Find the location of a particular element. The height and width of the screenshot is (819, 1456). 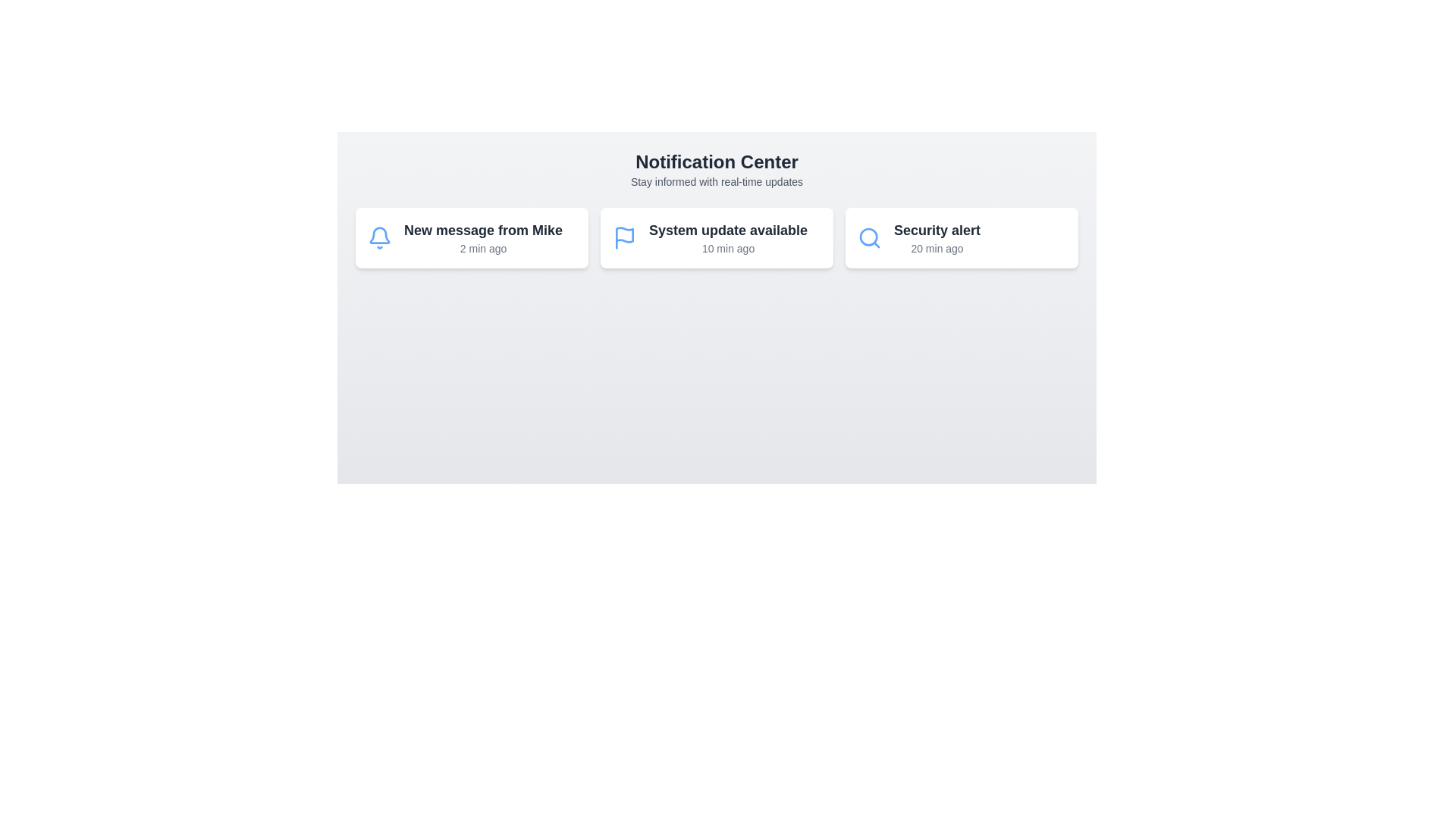

the text block displaying 'System update available' and '10 min ago', which is a notification item in the central card of a three-column layout is located at coordinates (728, 237).